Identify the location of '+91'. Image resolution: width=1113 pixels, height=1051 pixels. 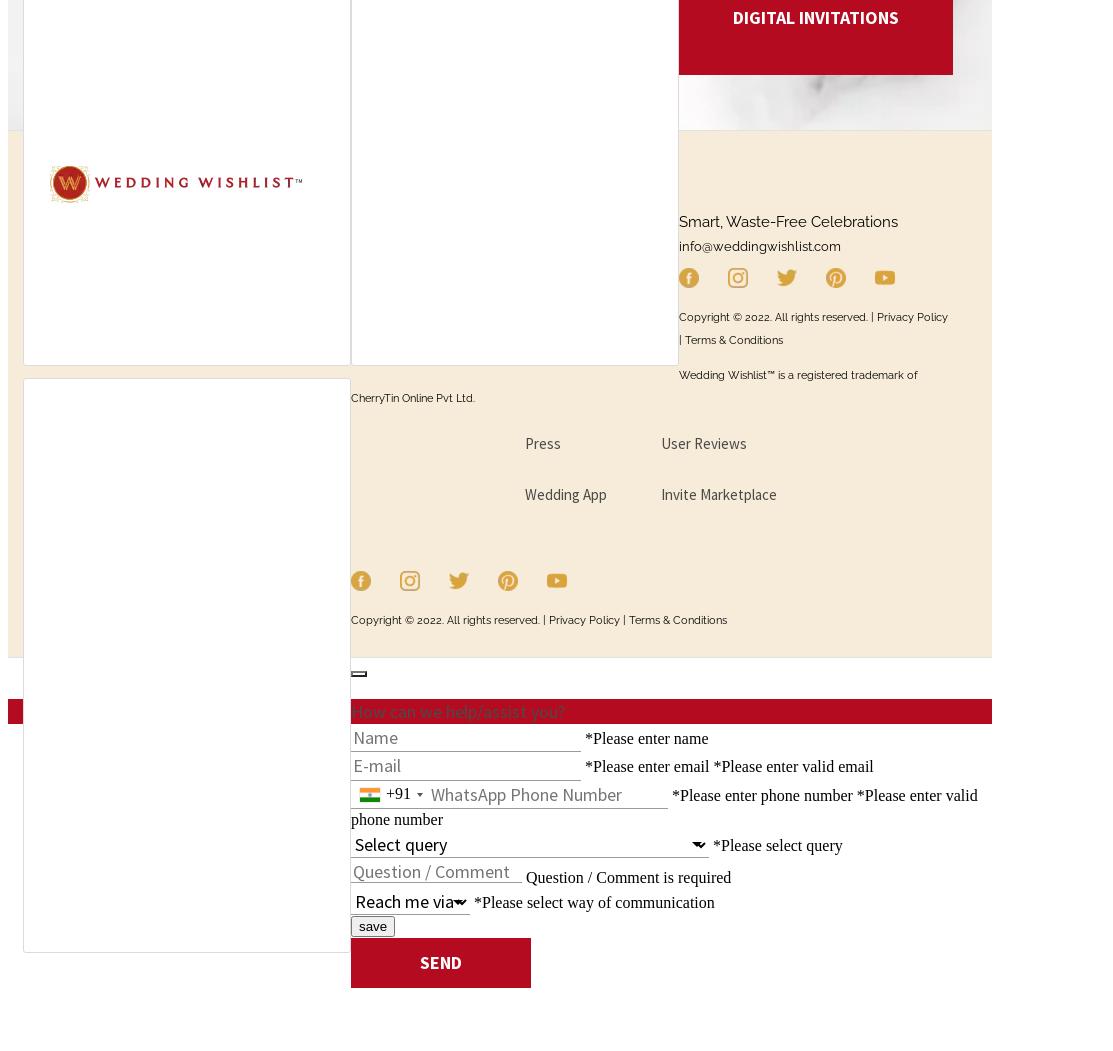
(385, 792).